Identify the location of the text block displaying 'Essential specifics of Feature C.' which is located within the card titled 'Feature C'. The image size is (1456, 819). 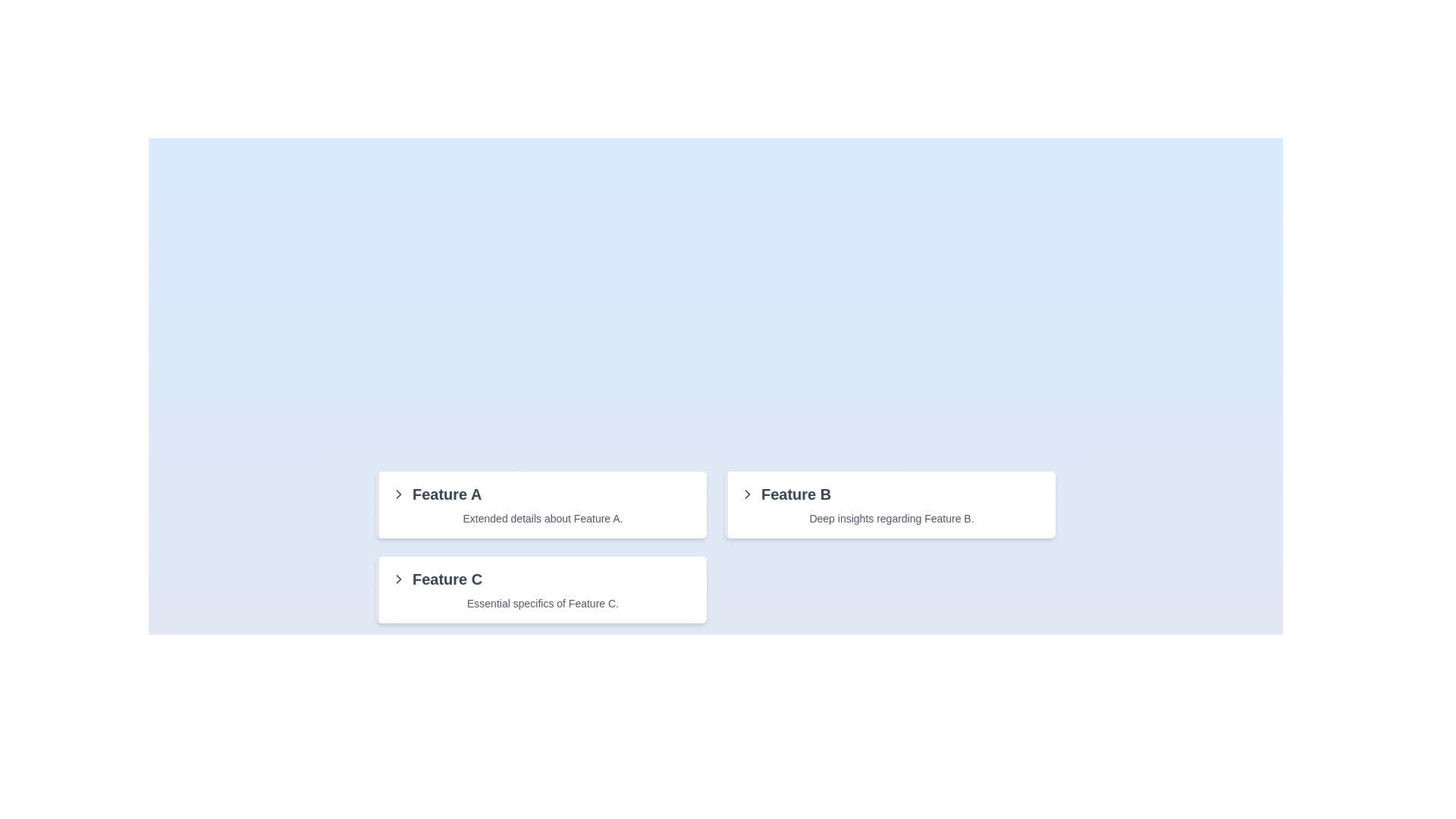
(542, 602).